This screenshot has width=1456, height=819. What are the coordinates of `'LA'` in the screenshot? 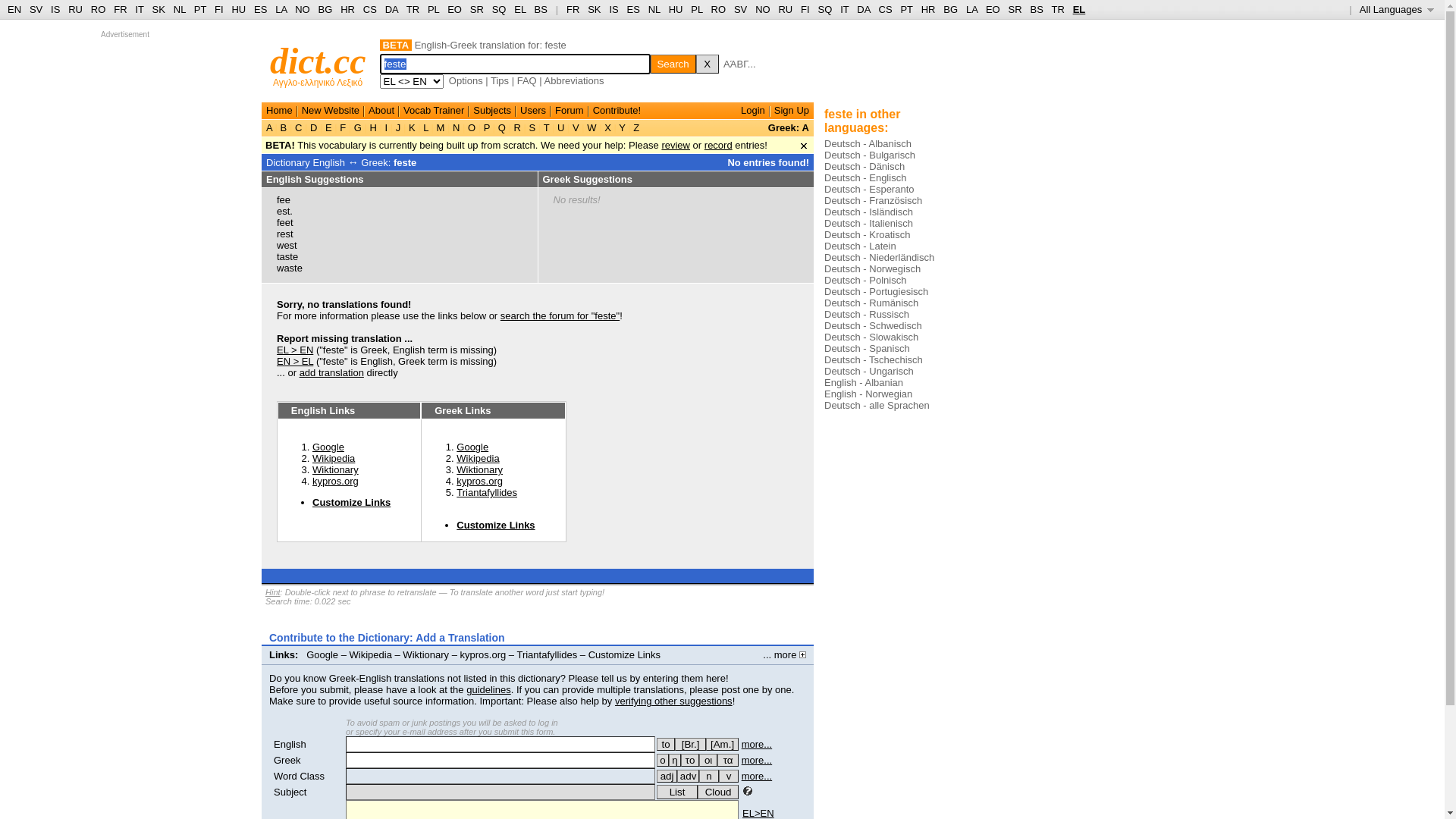 It's located at (275, 9).